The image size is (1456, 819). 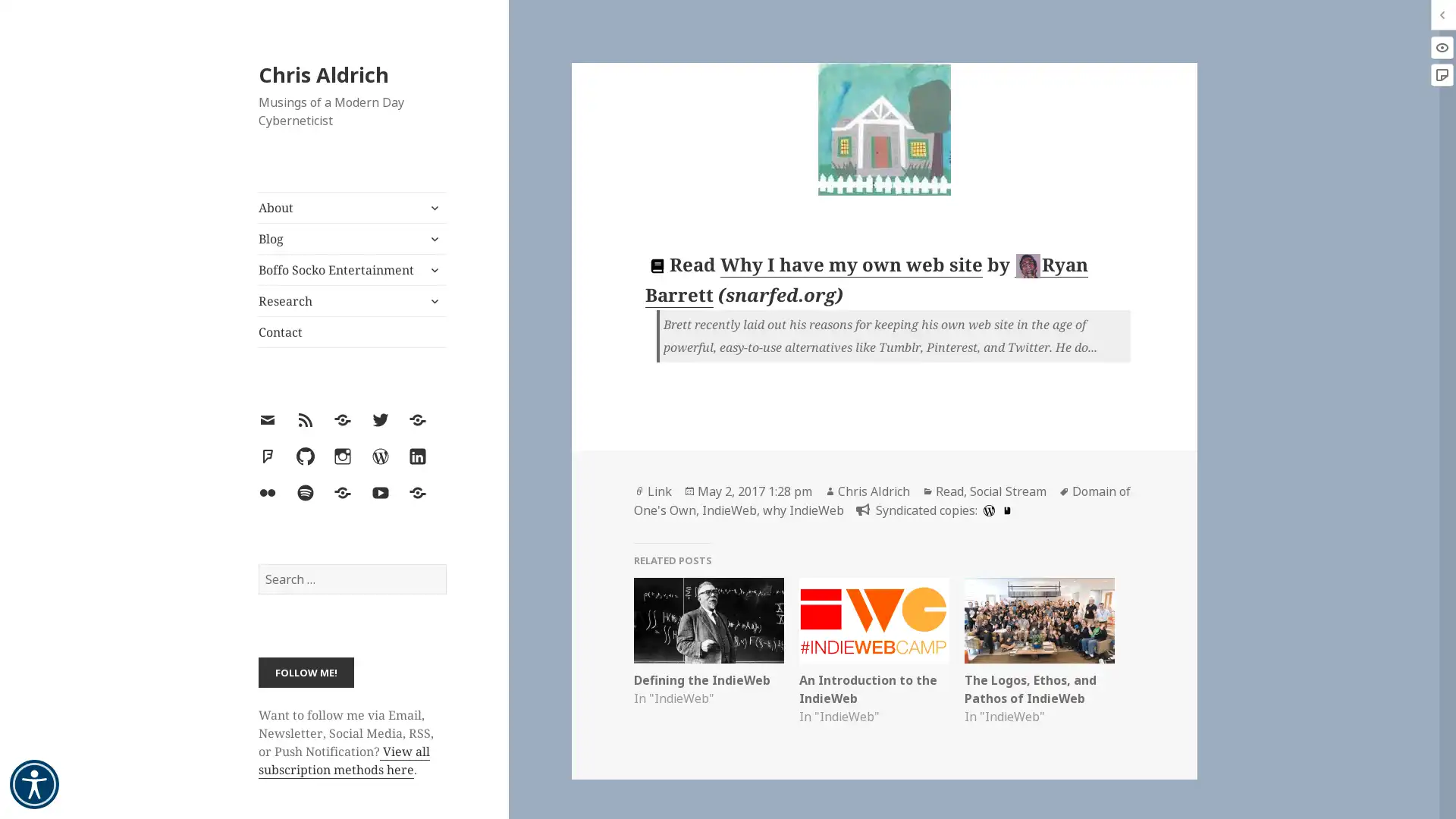 I want to click on expand child menu, so click(x=432, y=207).